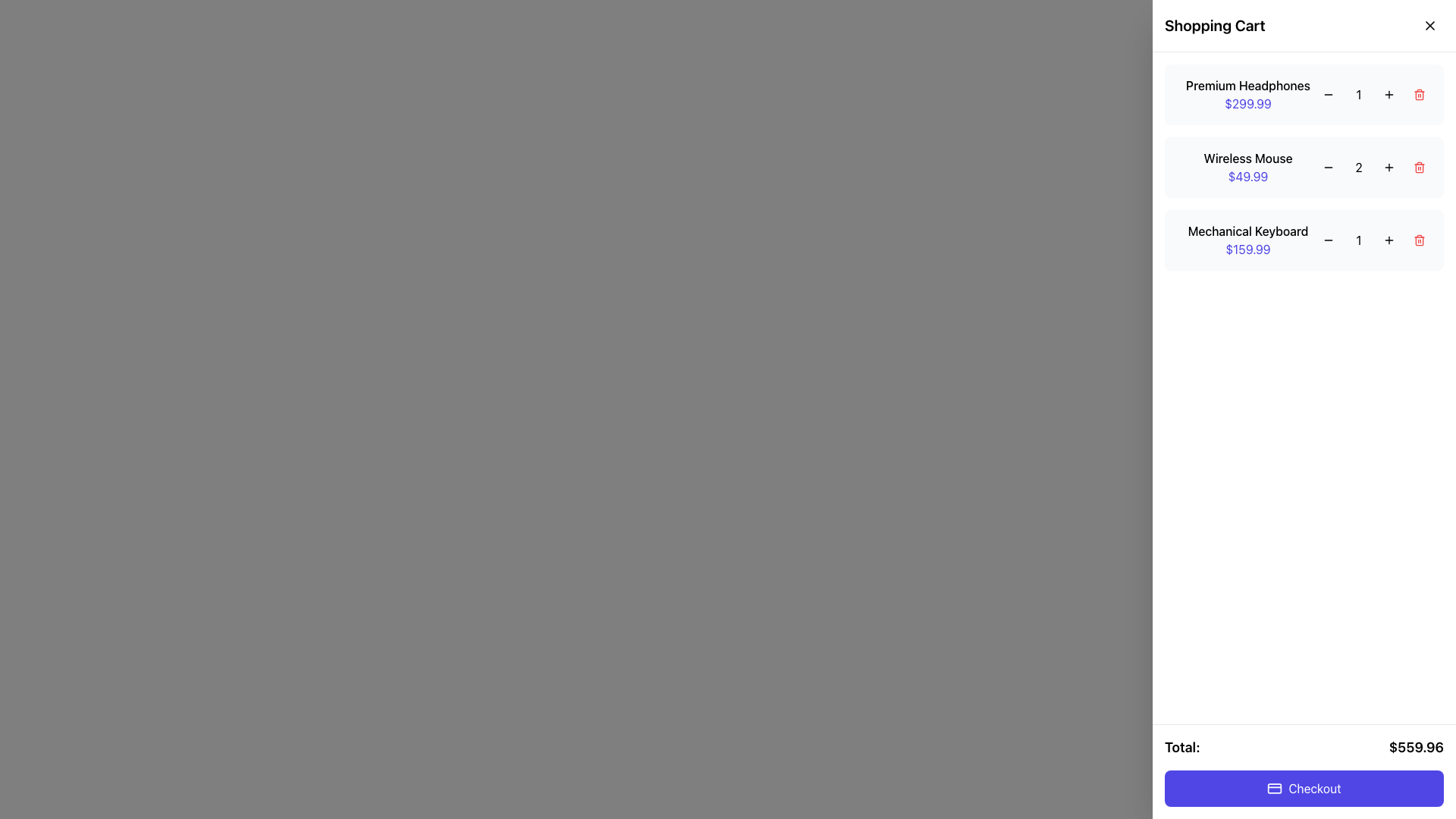 The image size is (1456, 819). Describe the element at coordinates (1313, 788) in the screenshot. I see `the 'Checkout' text within the button that has a vivid indigo background and rounded corners` at that location.